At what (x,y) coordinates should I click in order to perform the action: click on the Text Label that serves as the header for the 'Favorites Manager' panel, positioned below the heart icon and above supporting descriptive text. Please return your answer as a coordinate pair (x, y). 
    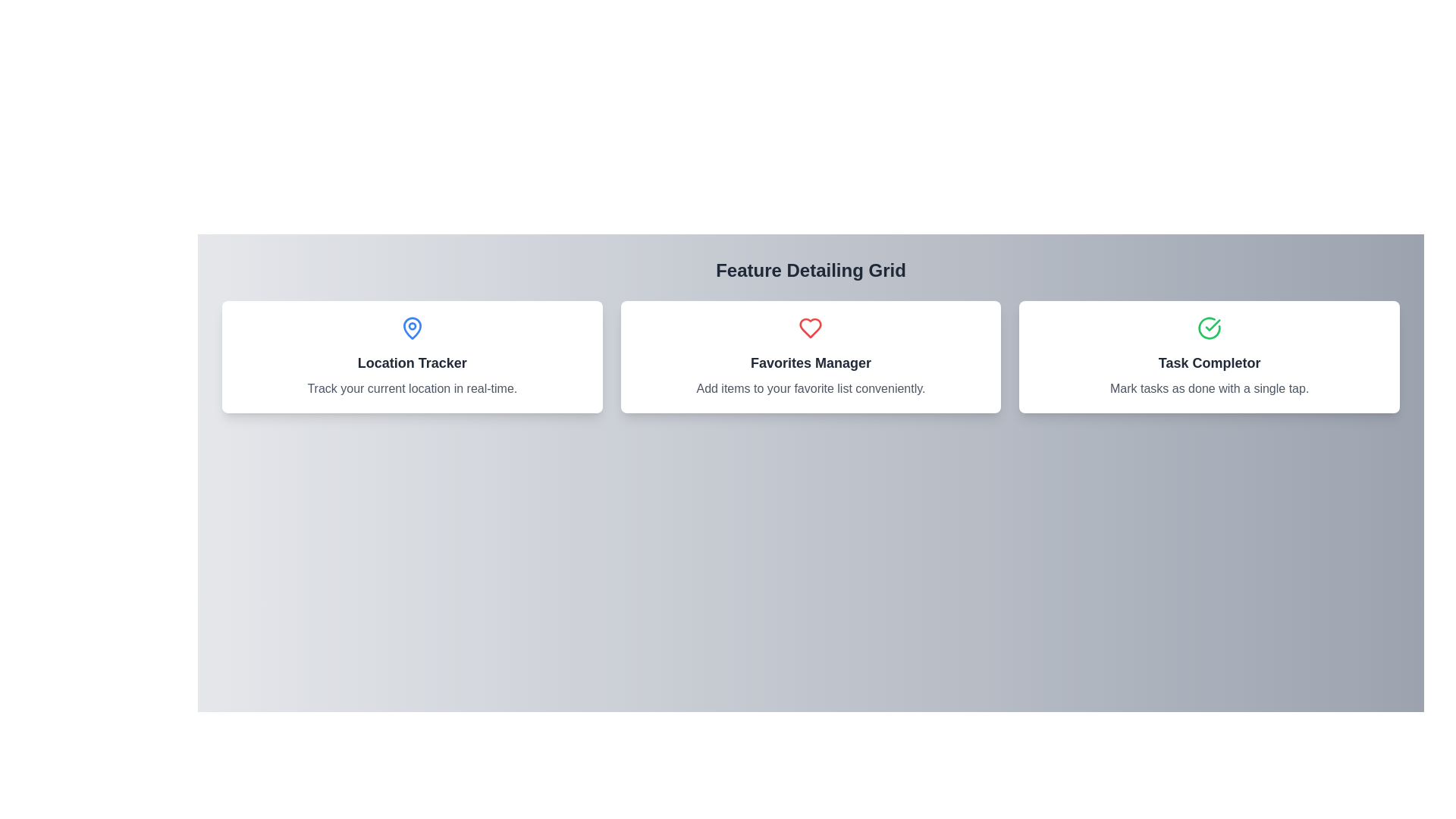
    Looking at the image, I should click on (810, 362).